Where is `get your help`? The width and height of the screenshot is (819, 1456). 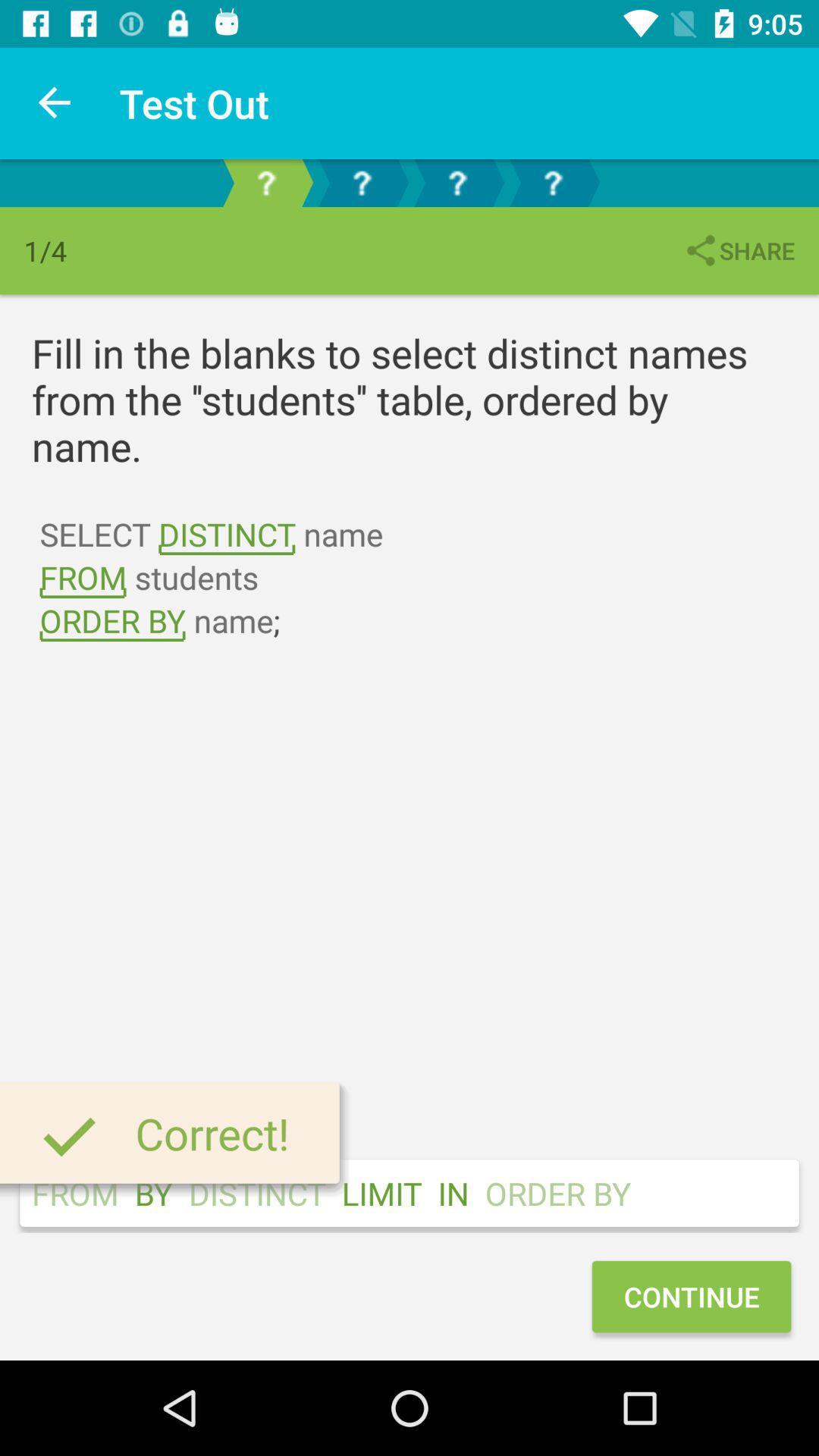 get your help is located at coordinates (553, 182).